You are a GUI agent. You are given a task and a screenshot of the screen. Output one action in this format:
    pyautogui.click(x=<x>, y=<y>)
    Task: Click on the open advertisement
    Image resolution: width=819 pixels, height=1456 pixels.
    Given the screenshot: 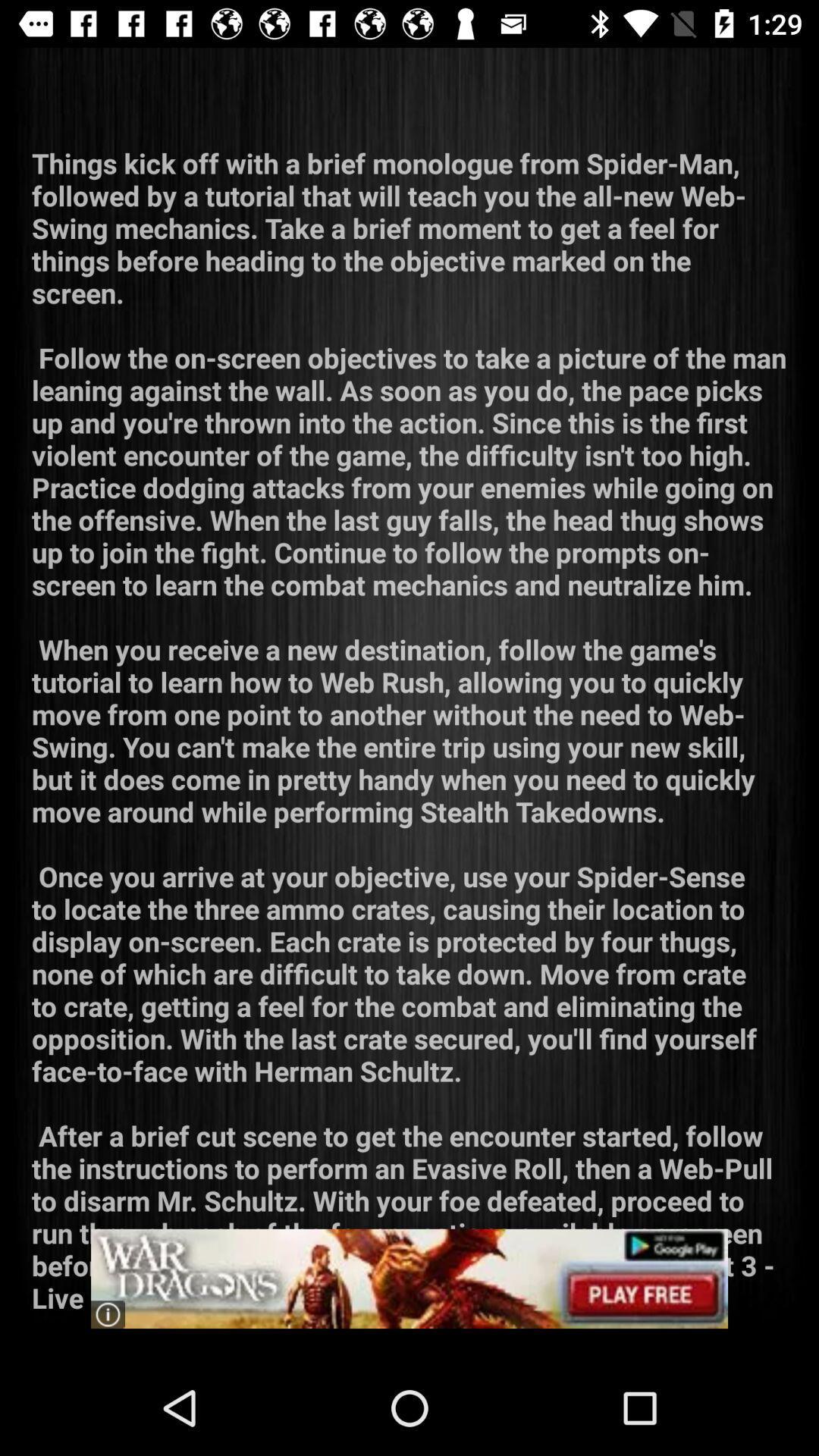 What is the action you would take?
    pyautogui.click(x=409, y=1278)
    